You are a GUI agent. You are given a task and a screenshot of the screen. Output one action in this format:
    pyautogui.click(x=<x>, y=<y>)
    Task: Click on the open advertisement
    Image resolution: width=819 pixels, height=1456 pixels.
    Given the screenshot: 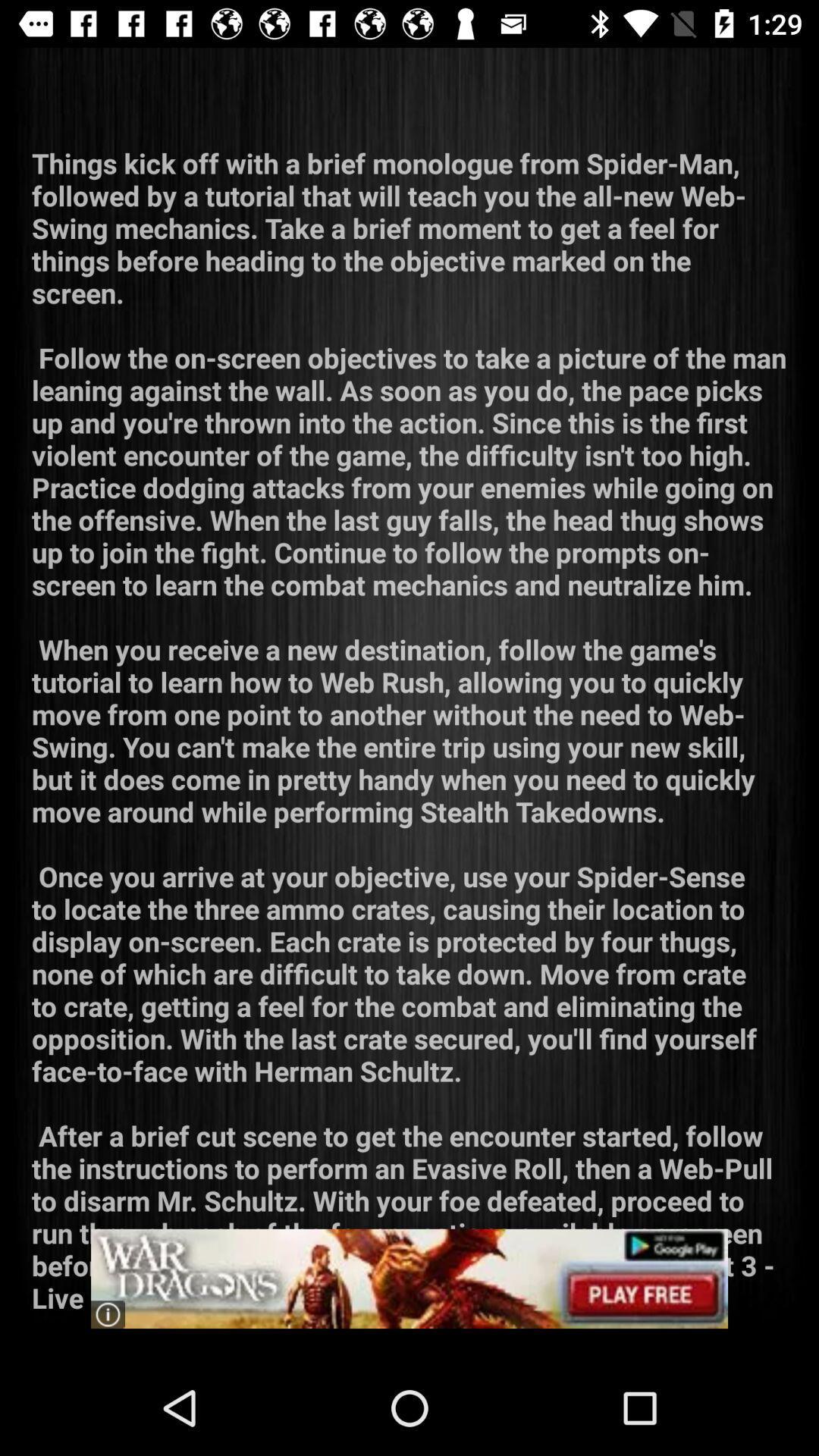 What is the action you would take?
    pyautogui.click(x=409, y=1278)
    